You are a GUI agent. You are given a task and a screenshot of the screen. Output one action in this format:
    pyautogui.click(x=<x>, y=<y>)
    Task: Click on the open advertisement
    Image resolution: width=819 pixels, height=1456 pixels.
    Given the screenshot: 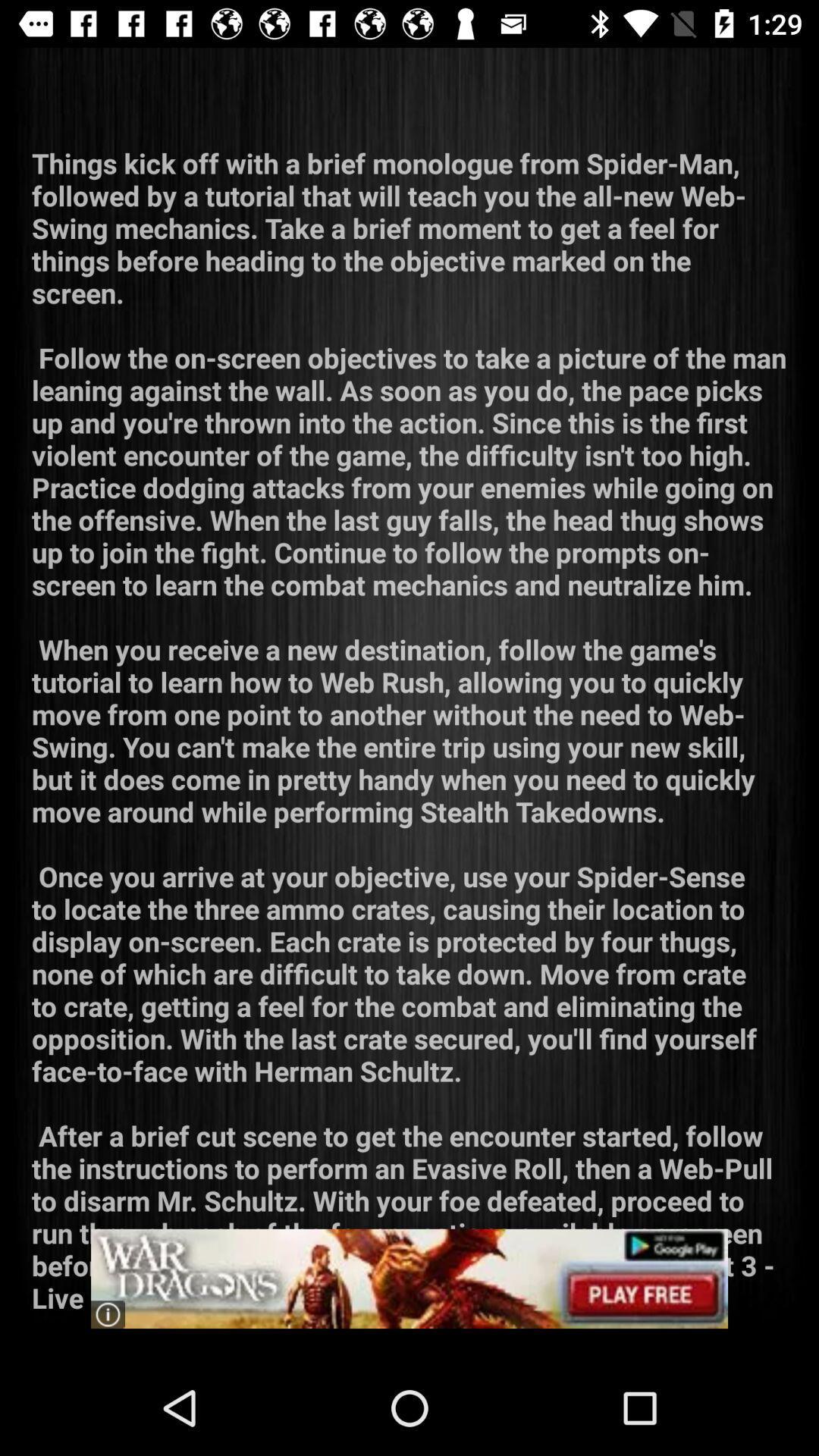 What is the action you would take?
    pyautogui.click(x=409, y=1278)
    